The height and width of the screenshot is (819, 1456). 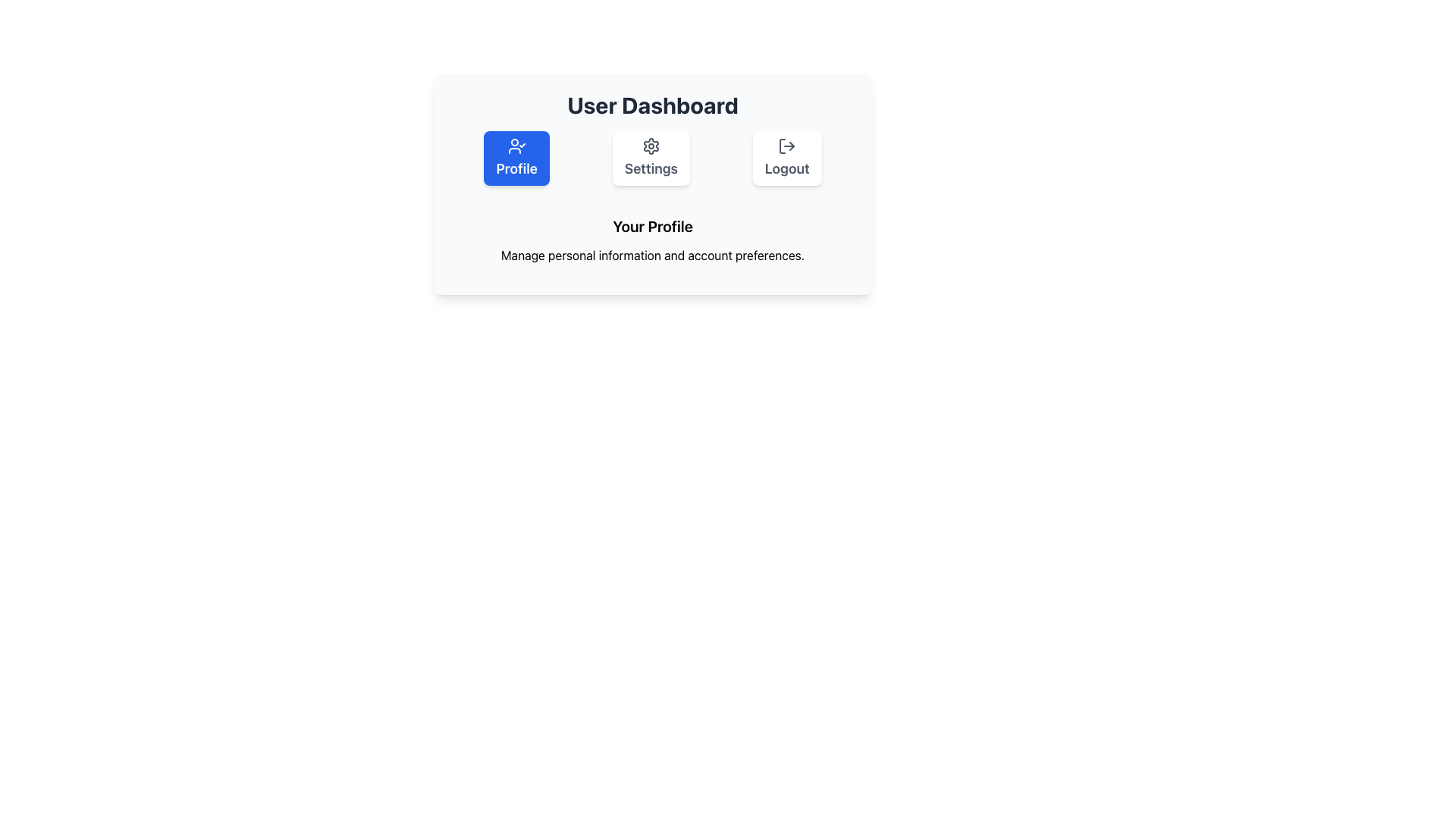 What do you see at coordinates (516, 169) in the screenshot?
I see `the 'Profile' button, which contains the text label providing a description for the user profile section, located in the first button on the left under 'User Dashboard'` at bounding box center [516, 169].